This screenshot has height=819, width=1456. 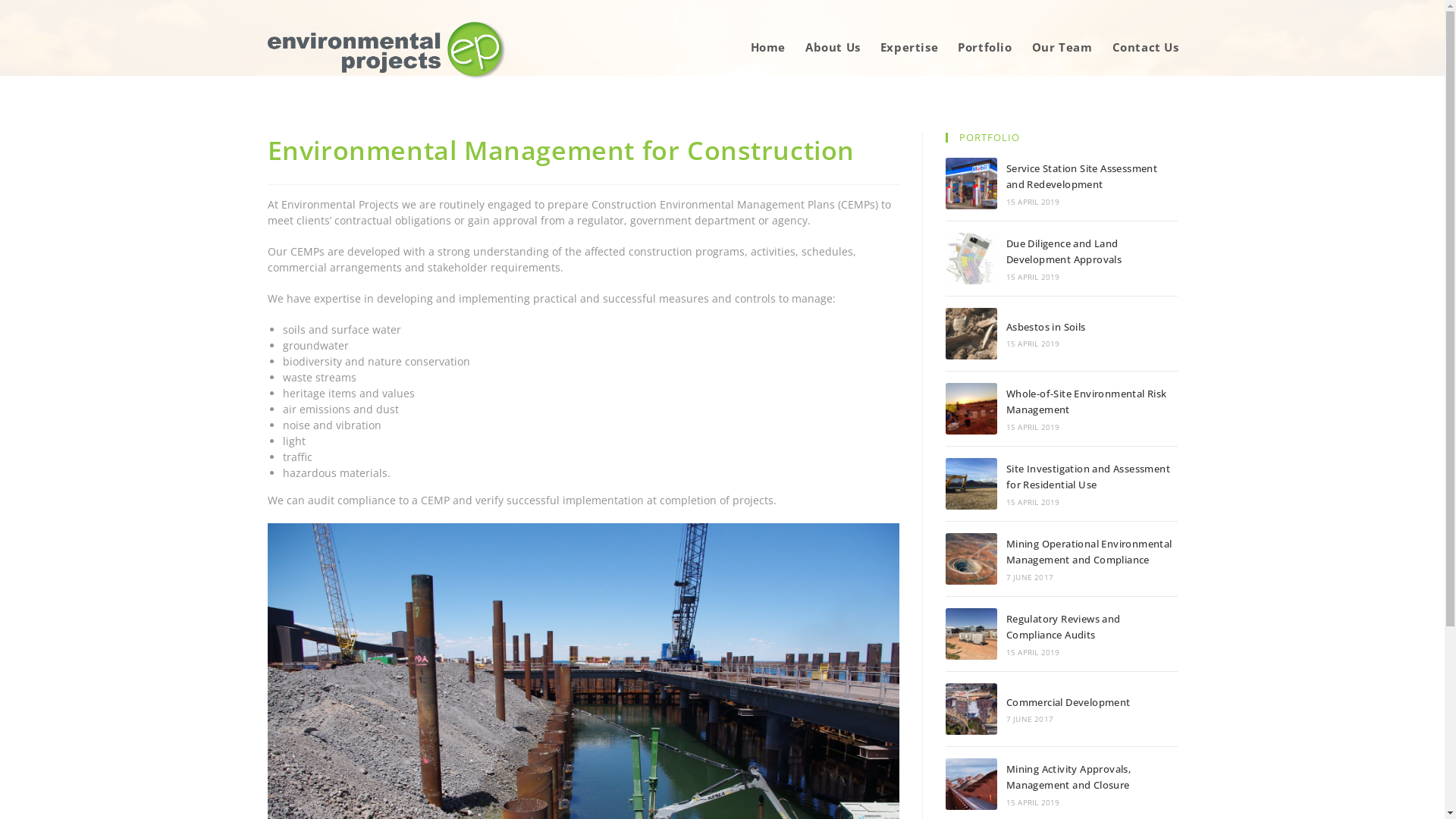 What do you see at coordinates (1146, 46) in the screenshot?
I see `'Contact Us'` at bounding box center [1146, 46].